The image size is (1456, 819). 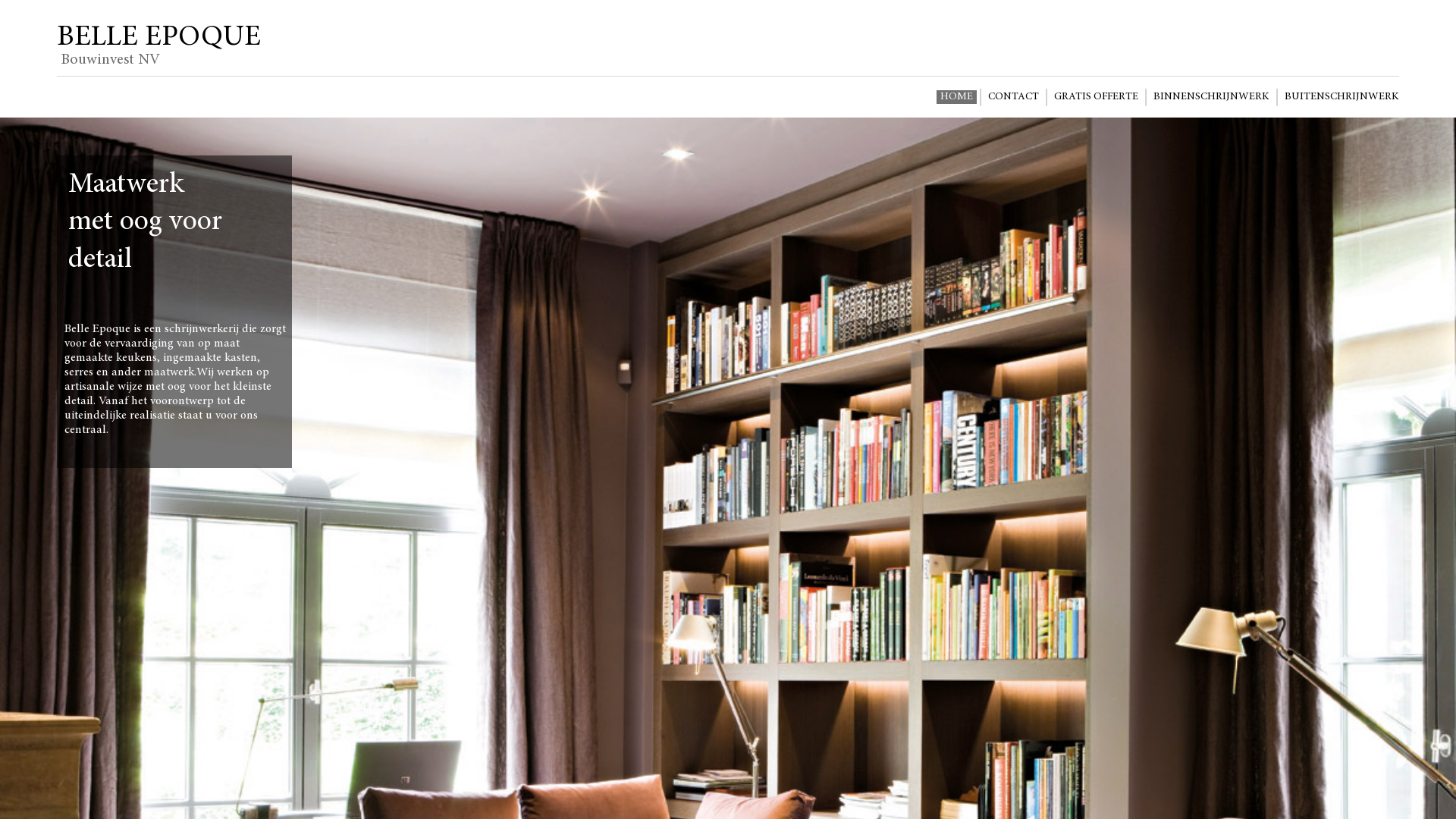 I want to click on 'BINNENSCHRIJNWERK', so click(x=1210, y=96).